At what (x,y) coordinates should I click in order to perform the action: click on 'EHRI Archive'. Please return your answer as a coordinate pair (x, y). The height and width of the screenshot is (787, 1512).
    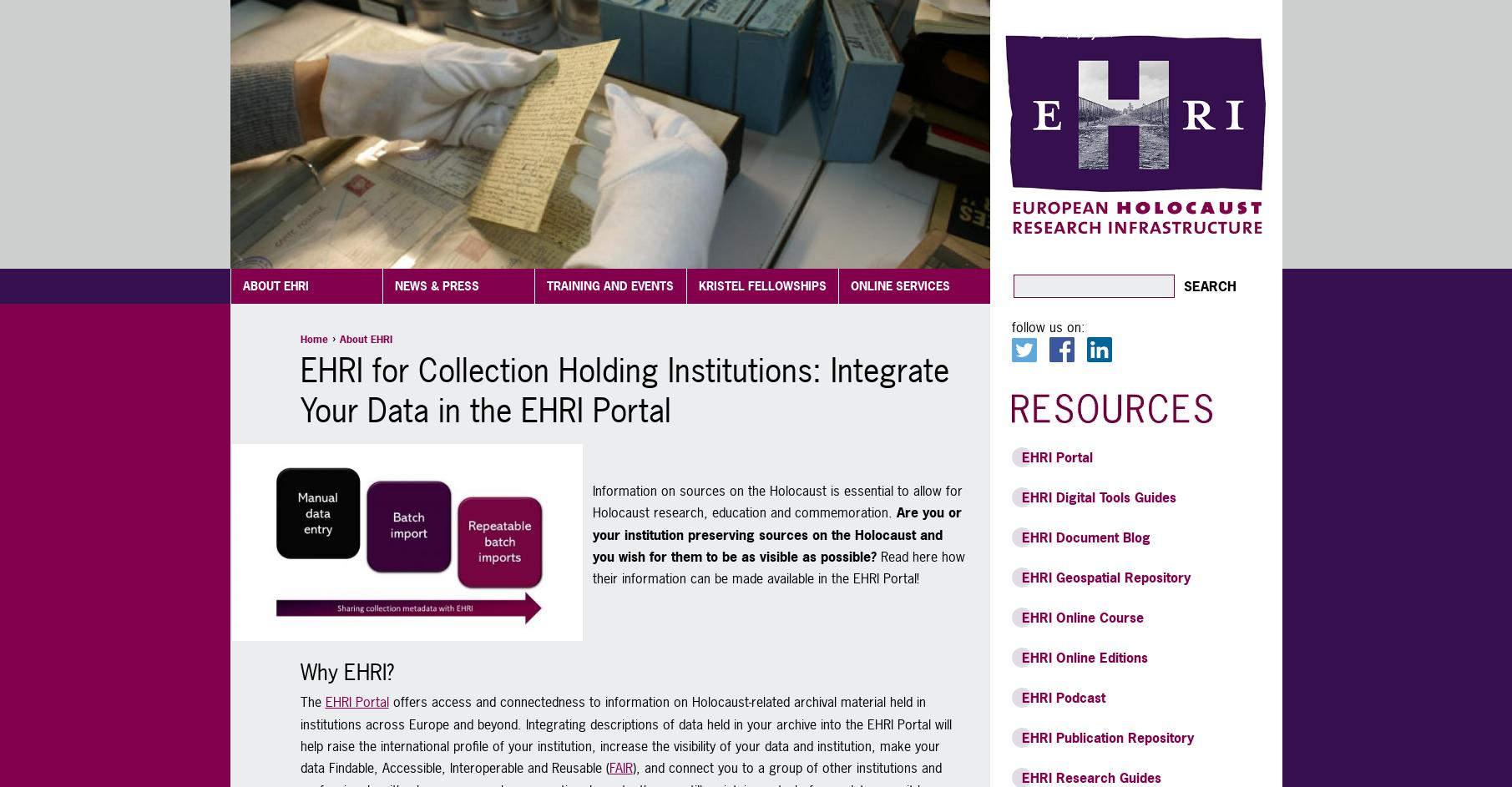
    Looking at the image, I should click on (427, 205).